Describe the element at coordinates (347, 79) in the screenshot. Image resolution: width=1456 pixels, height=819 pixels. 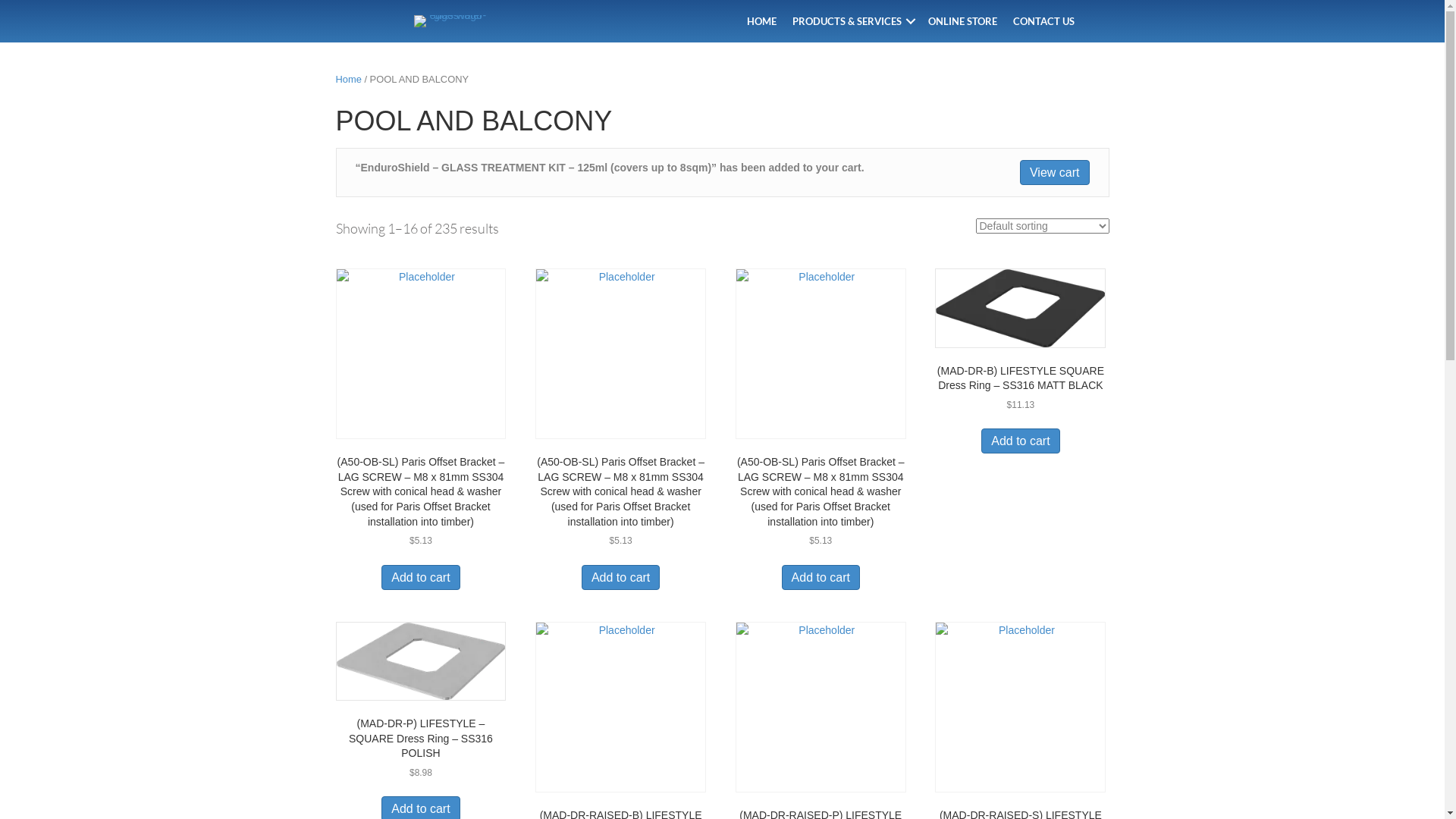
I see `'Home'` at that location.